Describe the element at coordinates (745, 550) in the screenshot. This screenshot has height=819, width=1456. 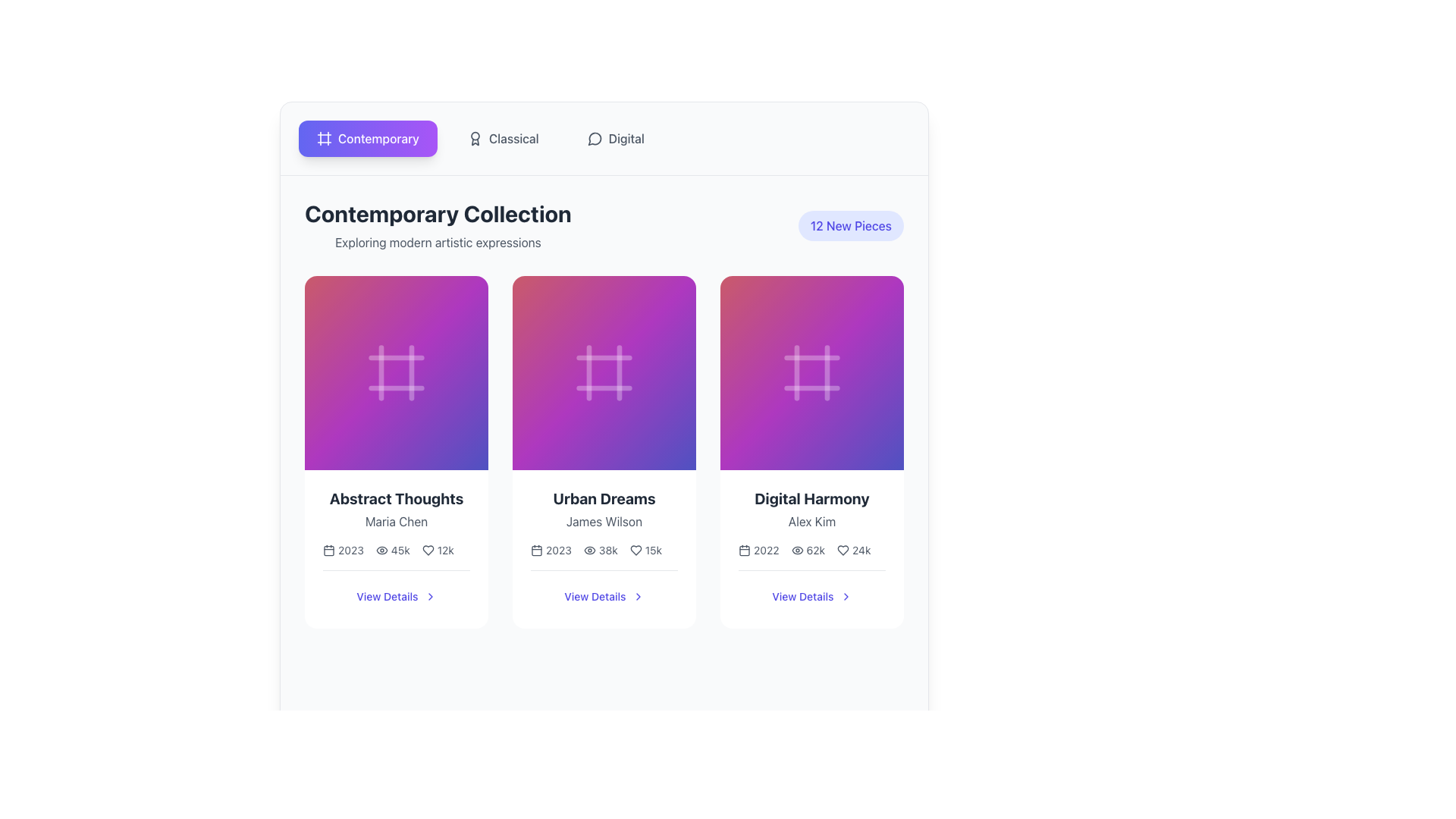
I see `the SVG rectangle located in the center of the calendar icon beside the year indicator '2022' under the 'Digital Harmony' card` at that location.